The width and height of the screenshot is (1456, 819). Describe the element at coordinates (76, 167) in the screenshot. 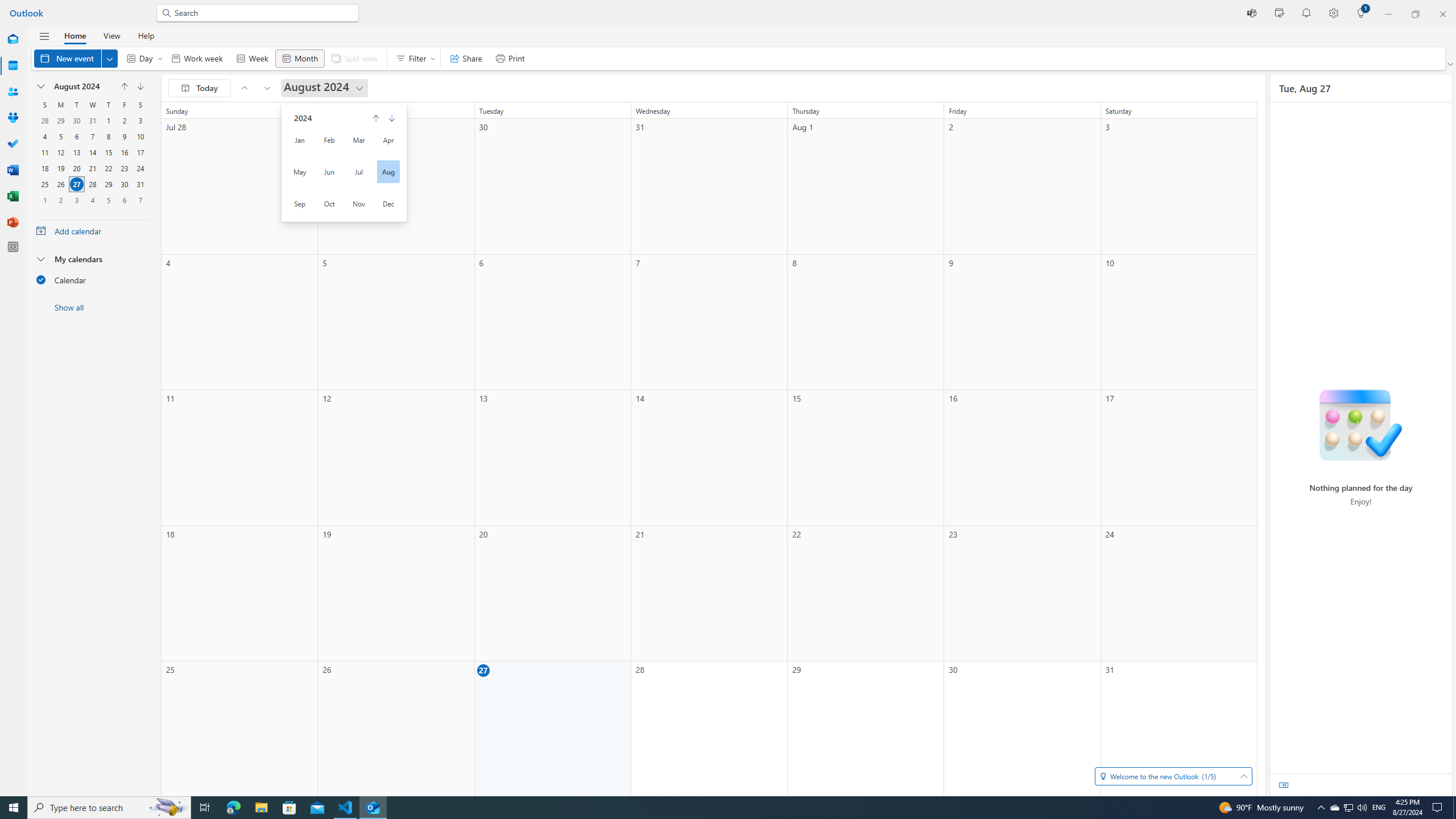

I see `'20, August, 2024'` at that location.